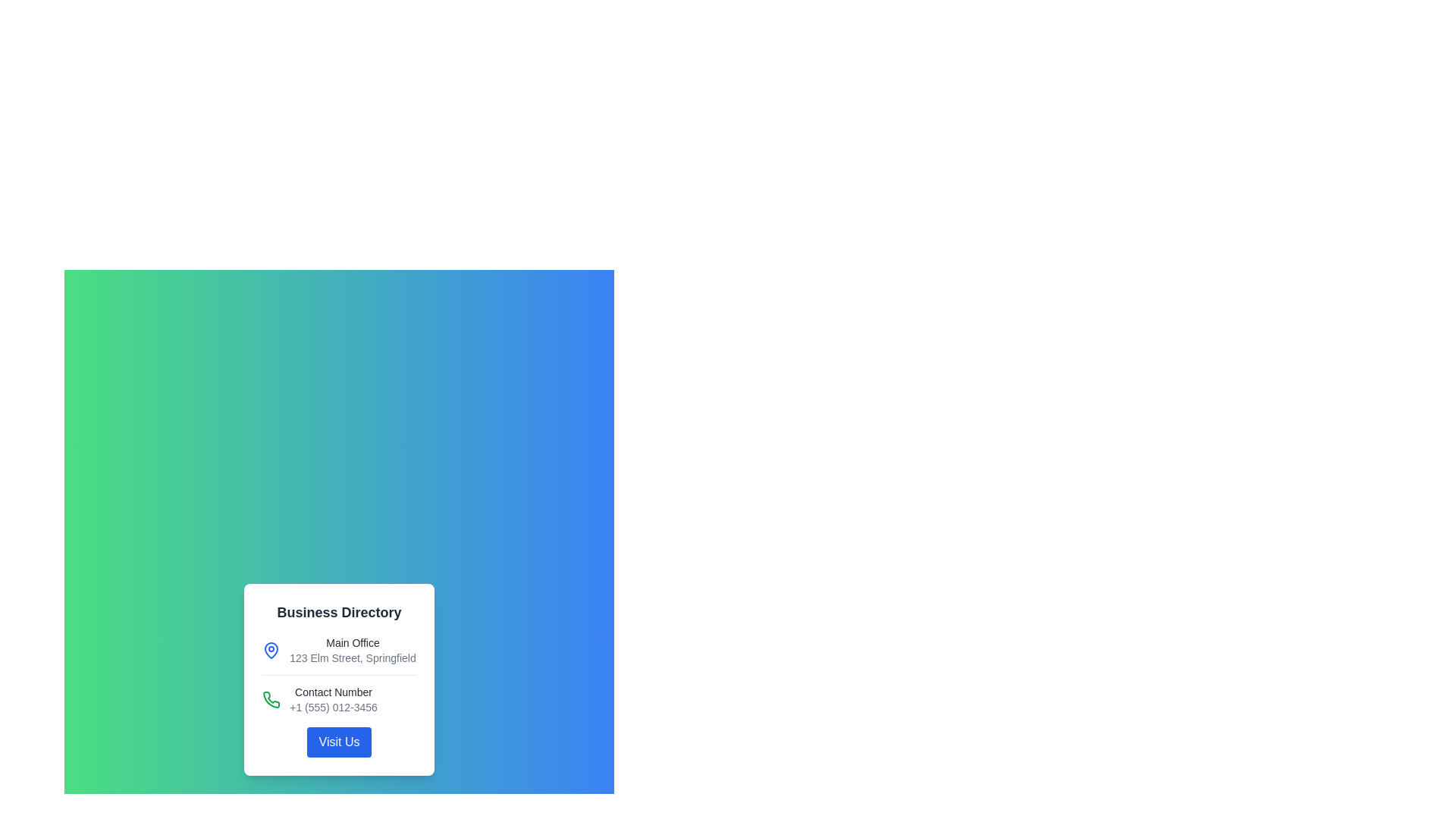  Describe the element at coordinates (333, 699) in the screenshot. I see `the Text Display element that shows 'Contact Number' and the phone number '+1 (555) 012-3456', located below the address section in the lower-middle section of the card under the 'Business Directory' heading` at that location.